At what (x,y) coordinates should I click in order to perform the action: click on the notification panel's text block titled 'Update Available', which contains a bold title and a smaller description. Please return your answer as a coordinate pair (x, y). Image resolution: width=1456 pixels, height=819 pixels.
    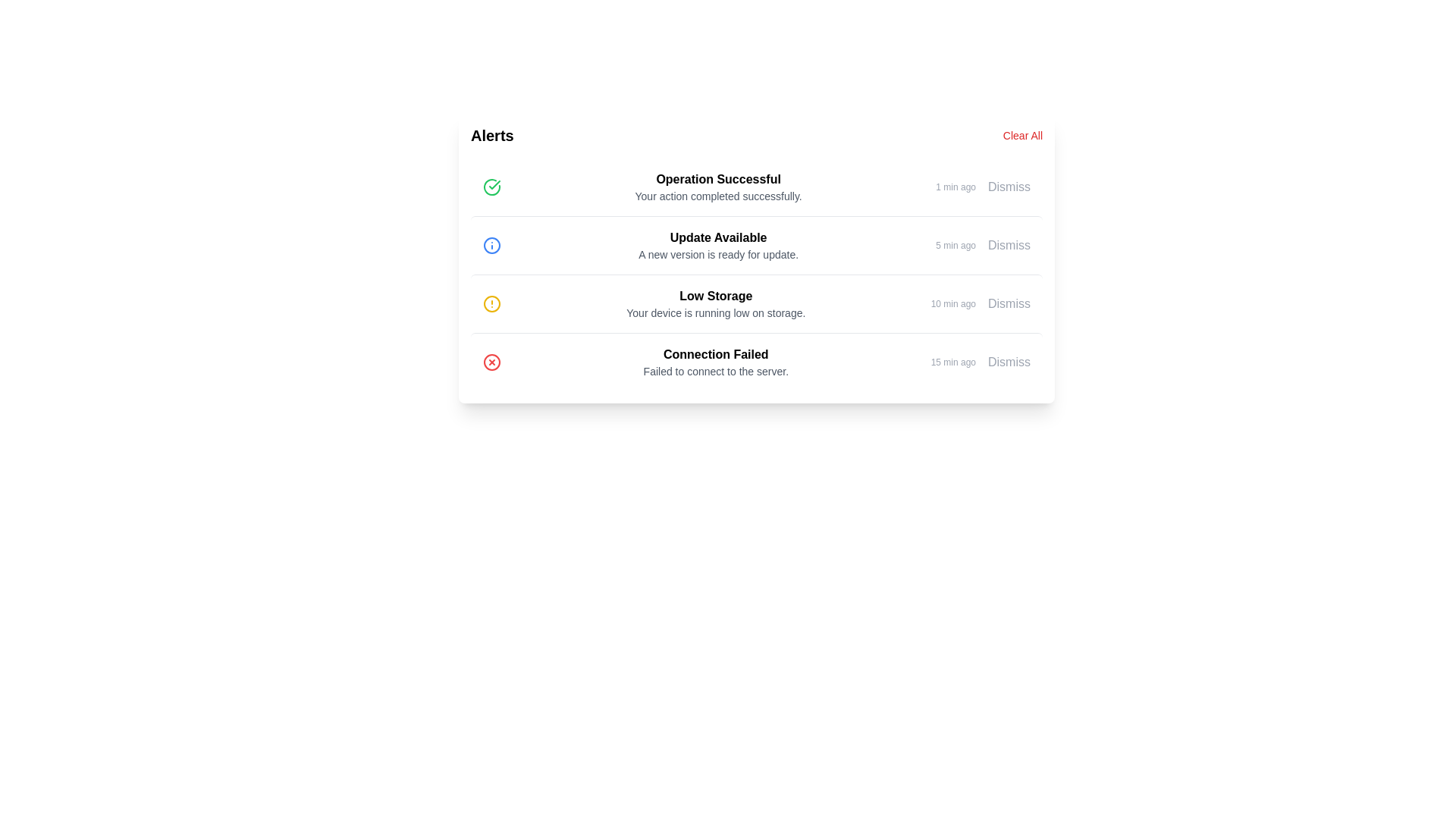
    Looking at the image, I should click on (717, 245).